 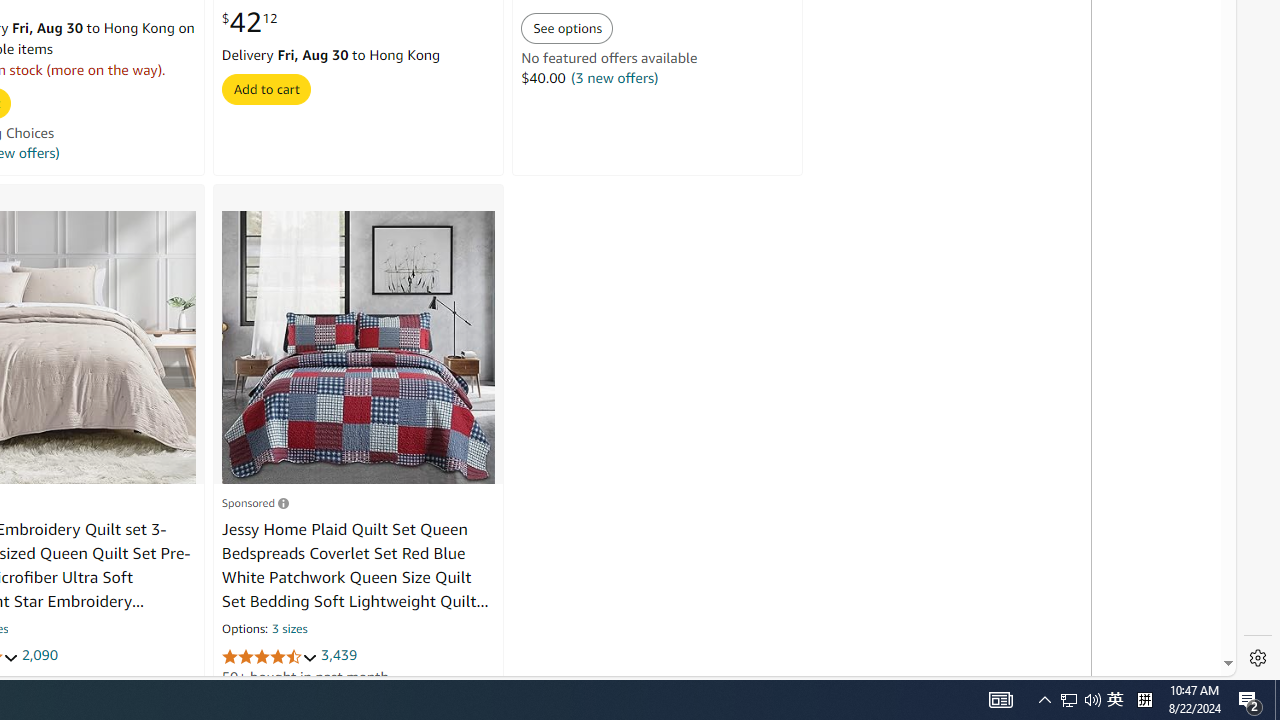 What do you see at coordinates (248, 23) in the screenshot?
I see `'$42.12'` at bounding box center [248, 23].